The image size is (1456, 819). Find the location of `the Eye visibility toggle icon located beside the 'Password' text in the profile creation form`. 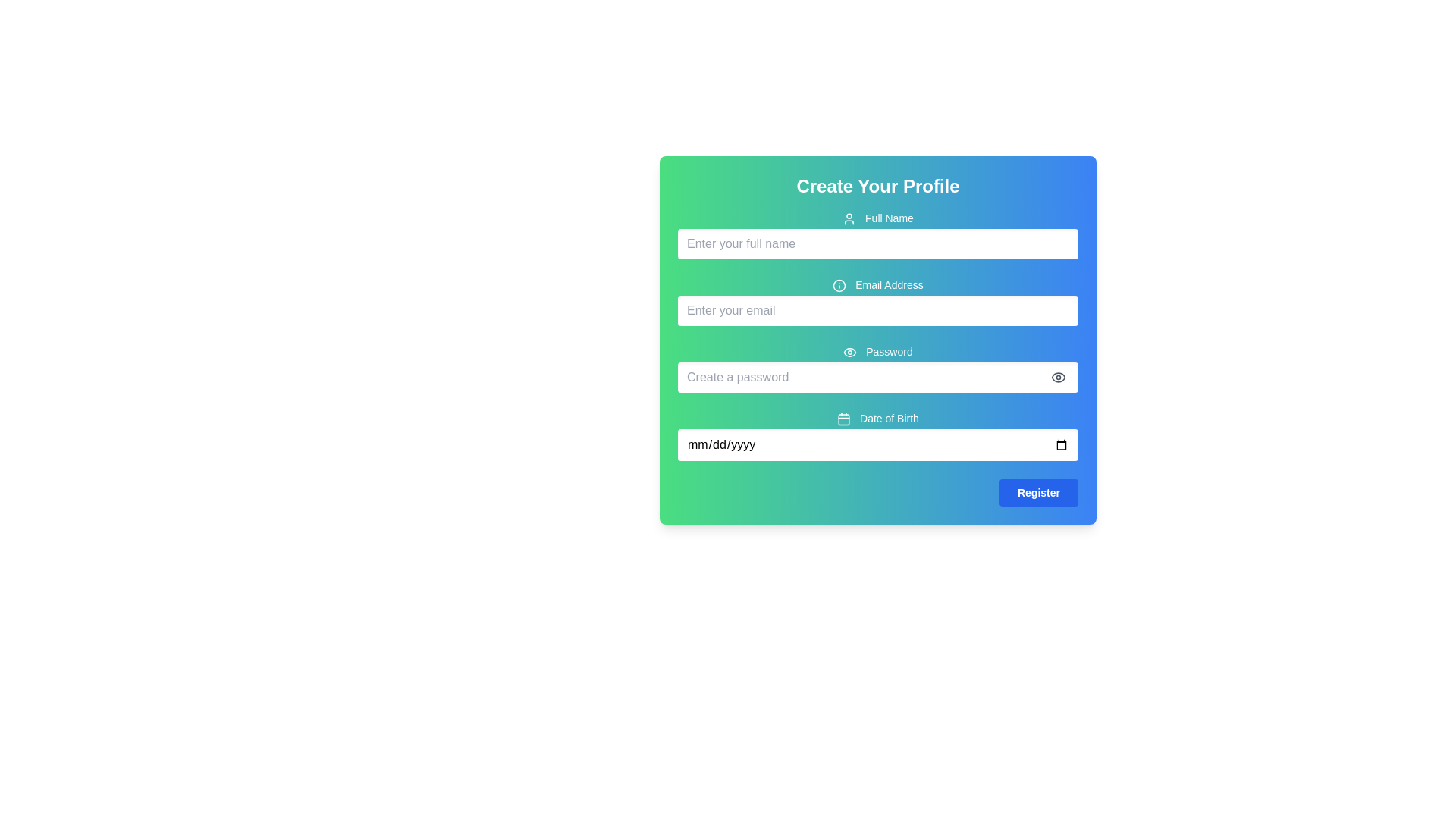

the Eye visibility toggle icon located beside the 'Password' text in the profile creation form is located at coordinates (850, 353).